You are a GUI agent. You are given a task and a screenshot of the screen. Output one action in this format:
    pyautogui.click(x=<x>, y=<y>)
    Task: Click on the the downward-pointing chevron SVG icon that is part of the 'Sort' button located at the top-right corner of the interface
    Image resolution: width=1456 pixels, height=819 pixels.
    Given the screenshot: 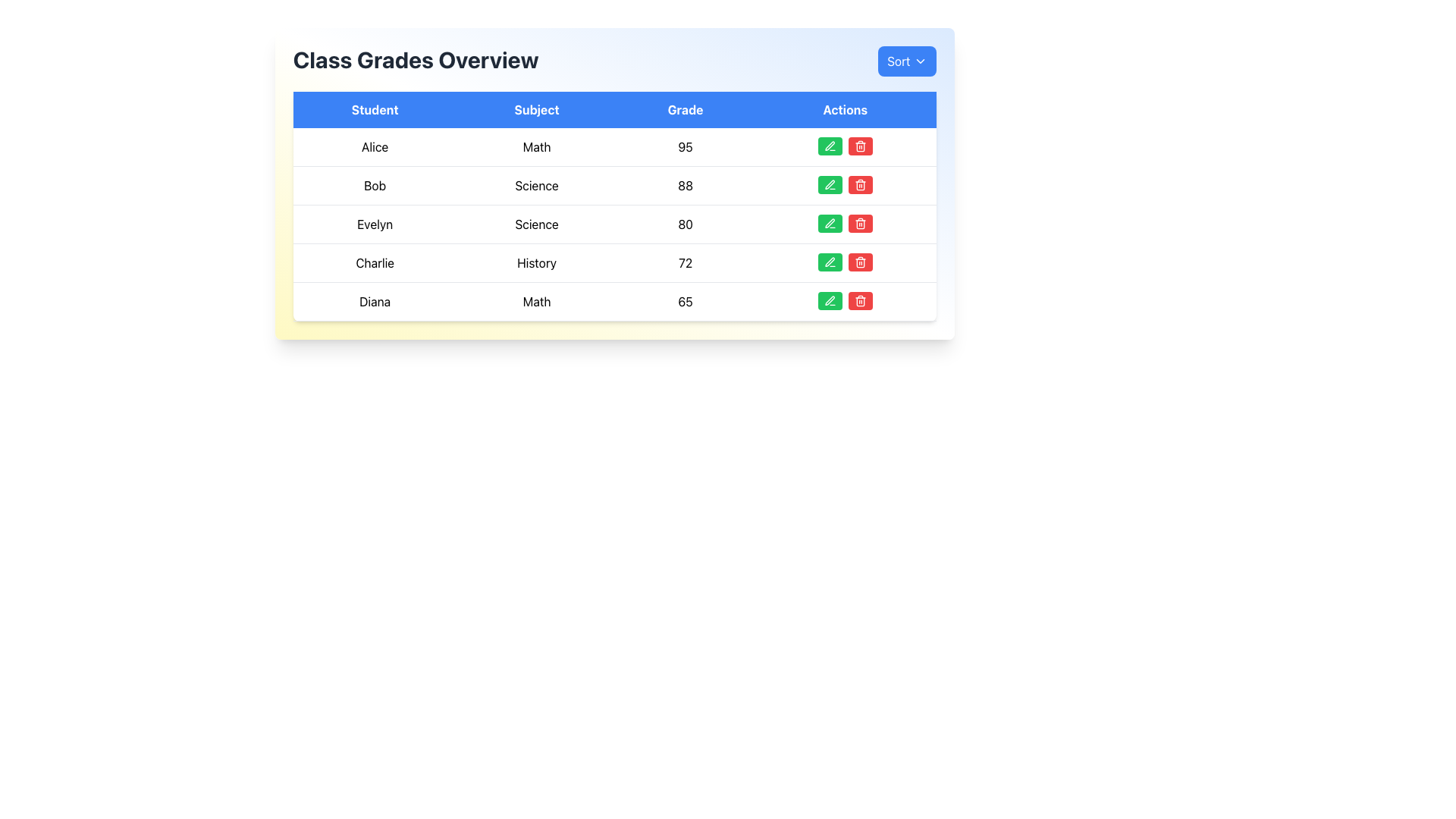 What is the action you would take?
    pyautogui.click(x=919, y=61)
    